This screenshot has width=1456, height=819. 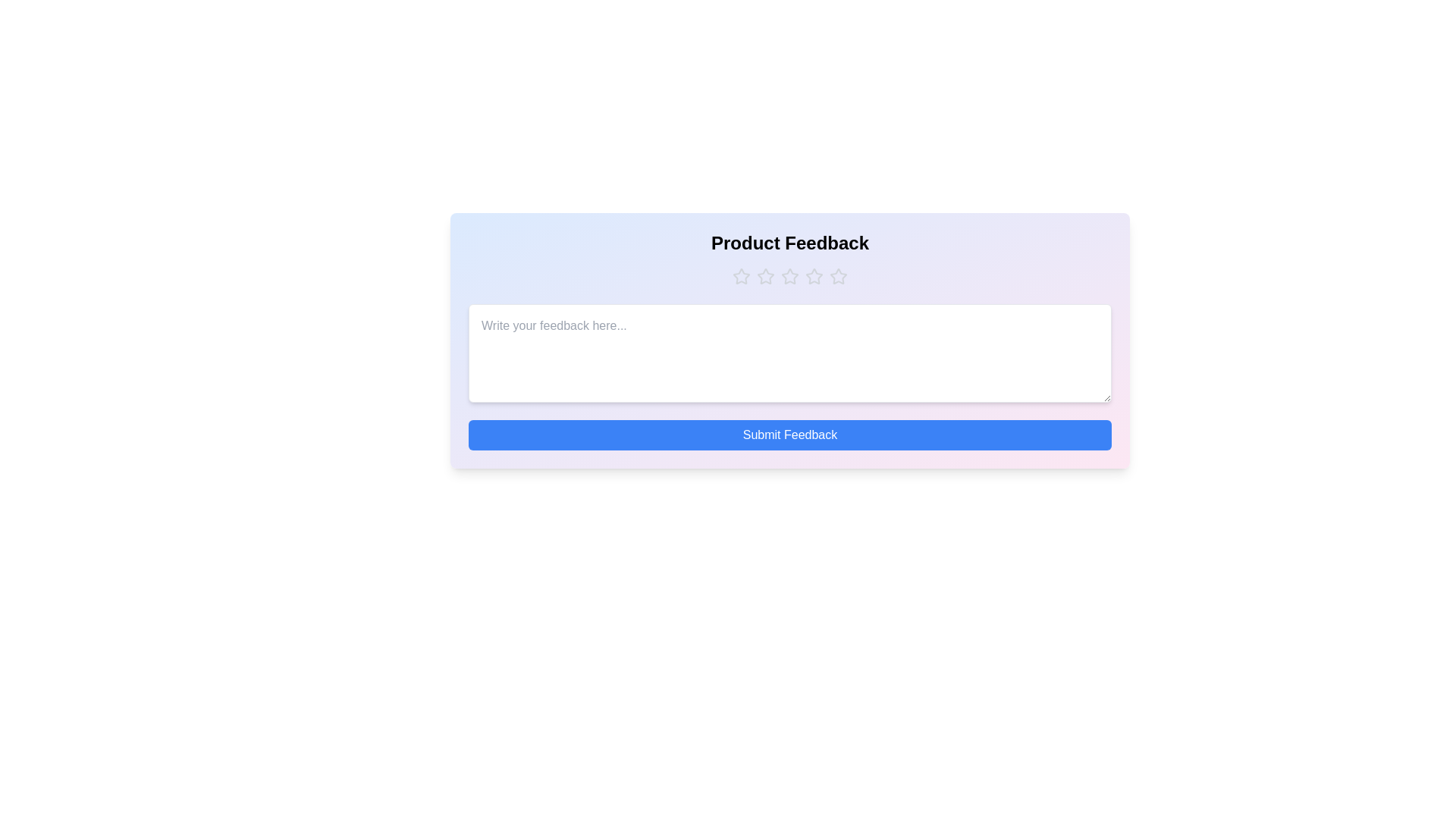 I want to click on the rating to 5 stars by clicking on the corresponding star, so click(x=837, y=277).